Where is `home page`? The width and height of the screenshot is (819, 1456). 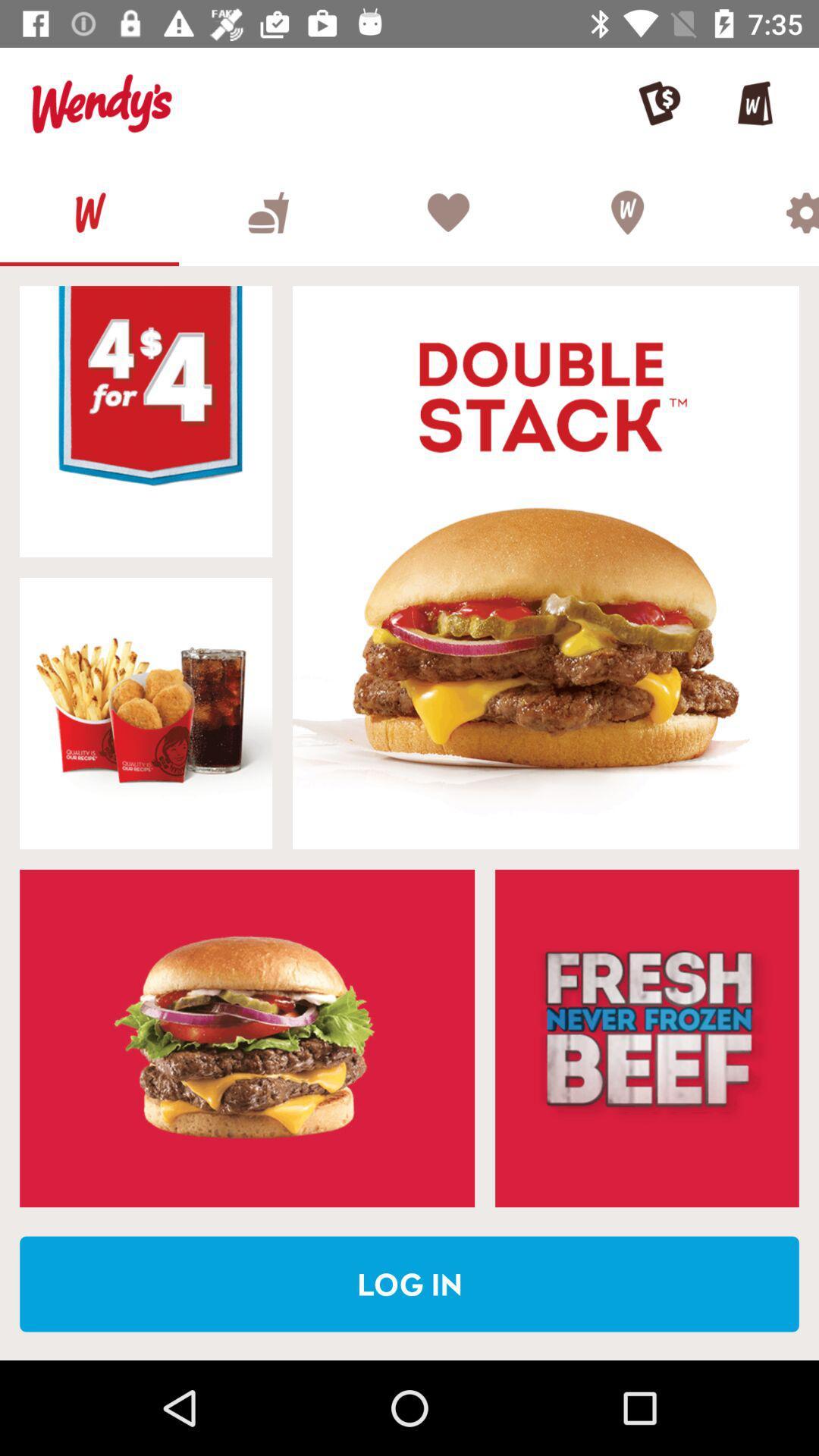 home page is located at coordinates (89, 212).